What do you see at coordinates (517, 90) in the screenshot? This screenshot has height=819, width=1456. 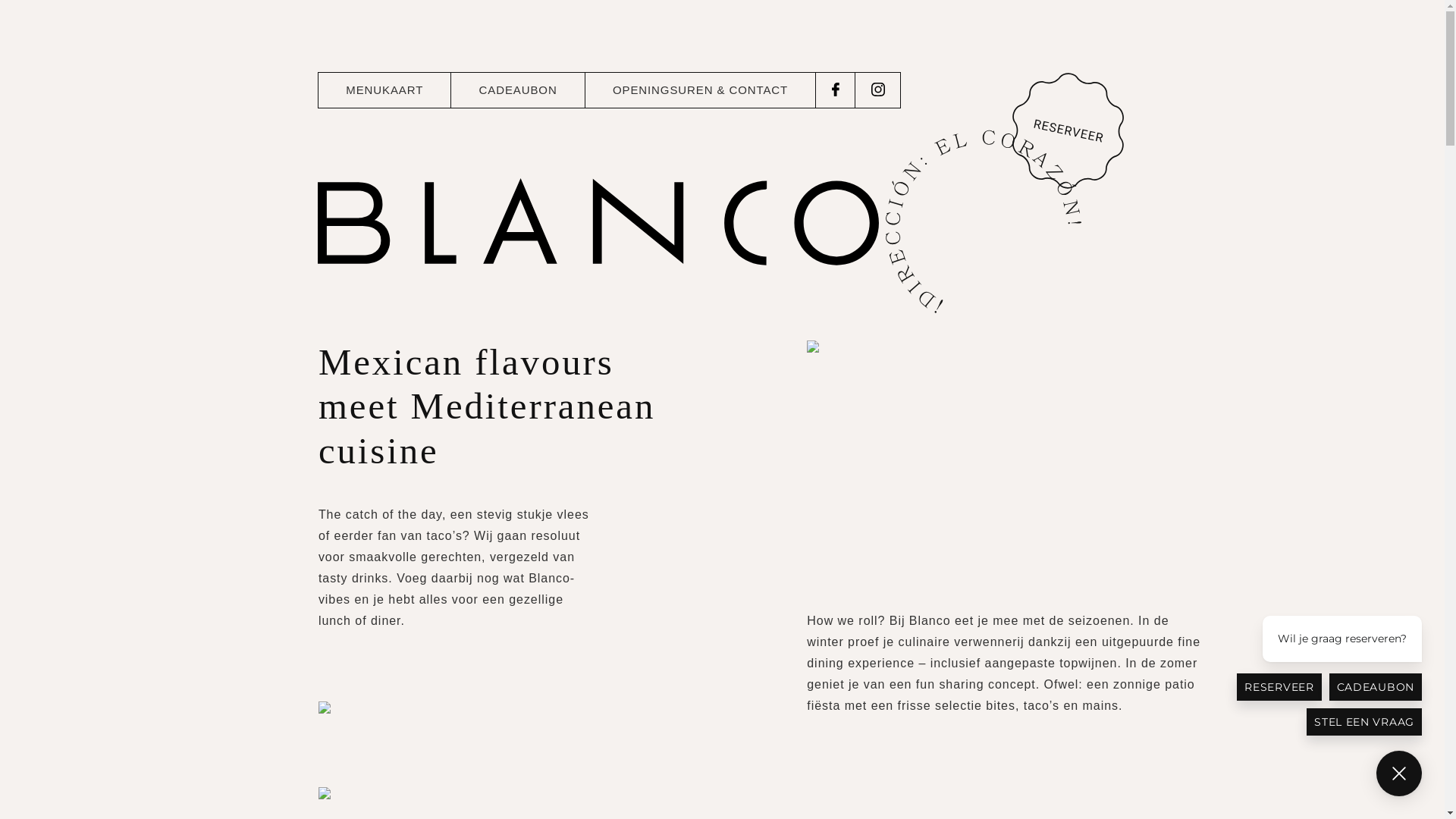 I see `'CADEAUBON'` at bounding box center [517, 90].